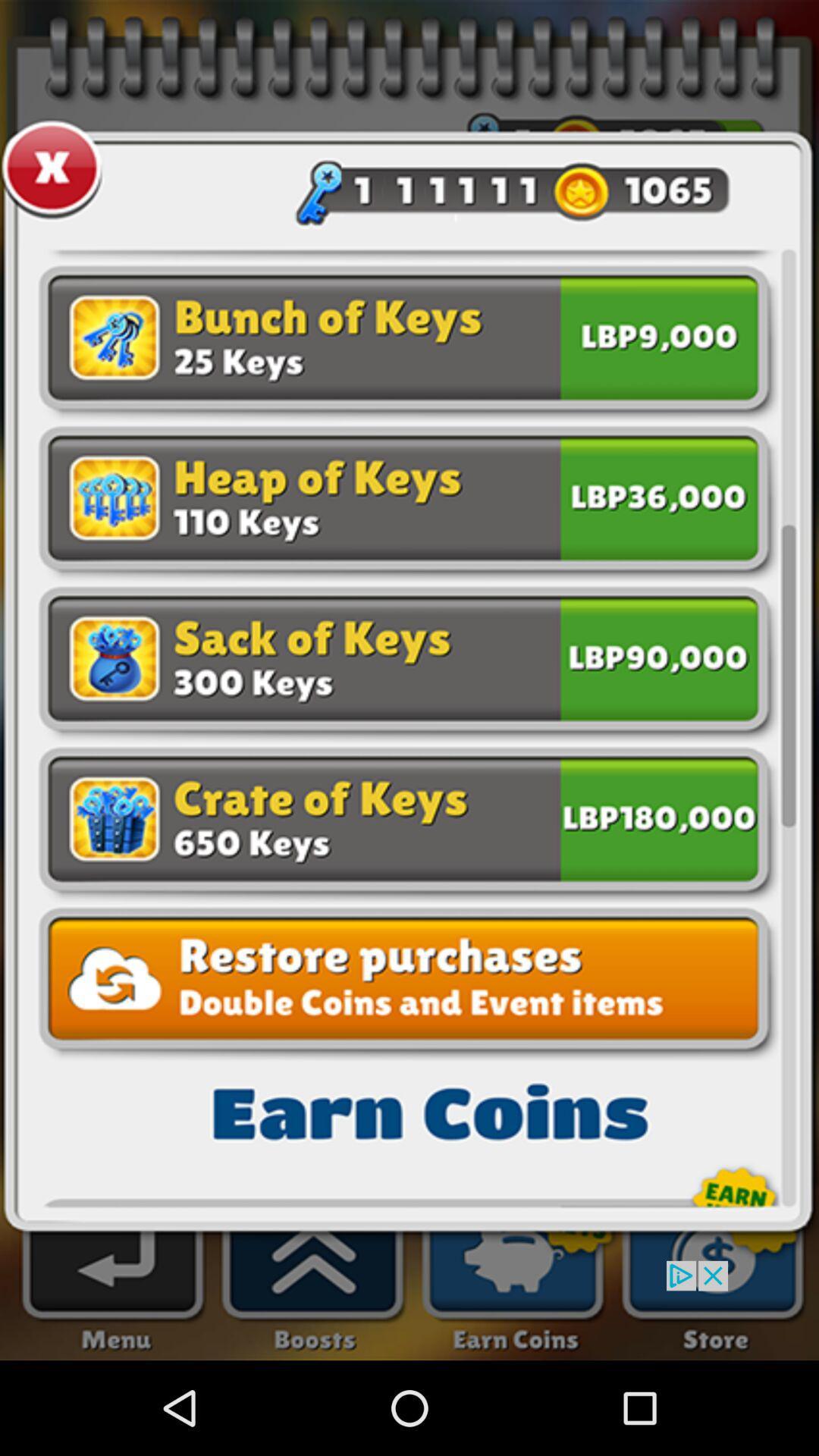 The width and height of the screenshot is (819, 1456). Describe the element at coordinates (658, 815) in the screenshot. I see `buy item` at that location.